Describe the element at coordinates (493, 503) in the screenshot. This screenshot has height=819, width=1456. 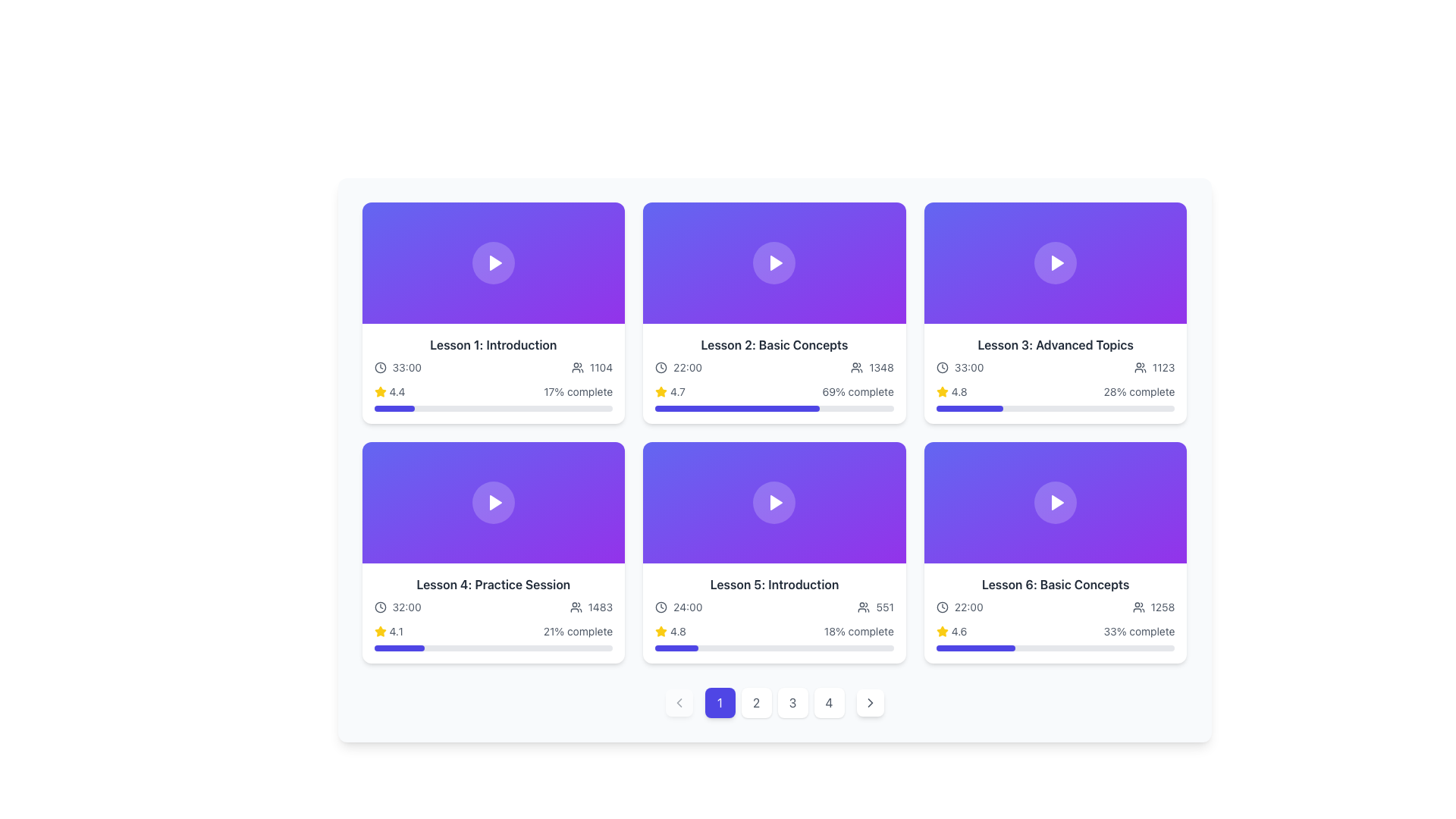
I see `the circular button with a semi-transparent white overlay and a centered play icon in the card labeled 'Lesson 4: Practice Session' to play the associated content` at that location.